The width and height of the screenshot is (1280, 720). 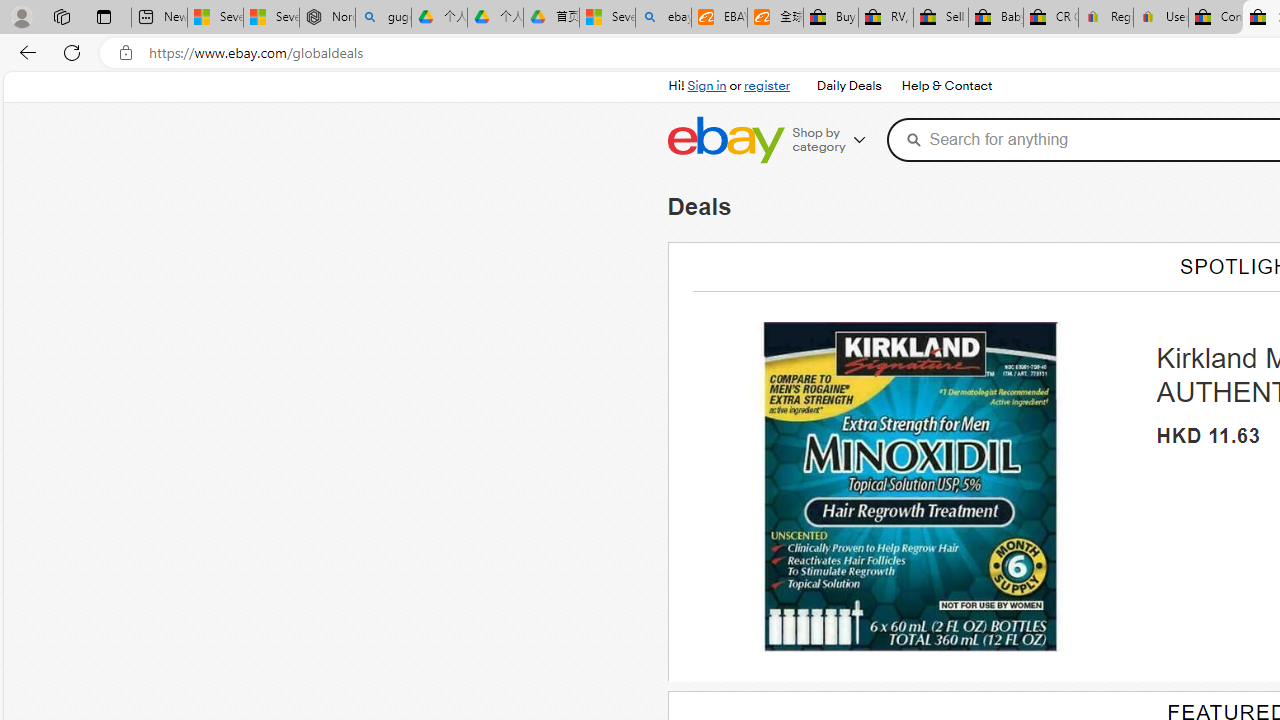 What do you see at coordinates (1215, 17) in the screenshot?
I see `'Consumer Health Data Privacy Policy - eBay Inc.'` at bounding box center [1215, 17].